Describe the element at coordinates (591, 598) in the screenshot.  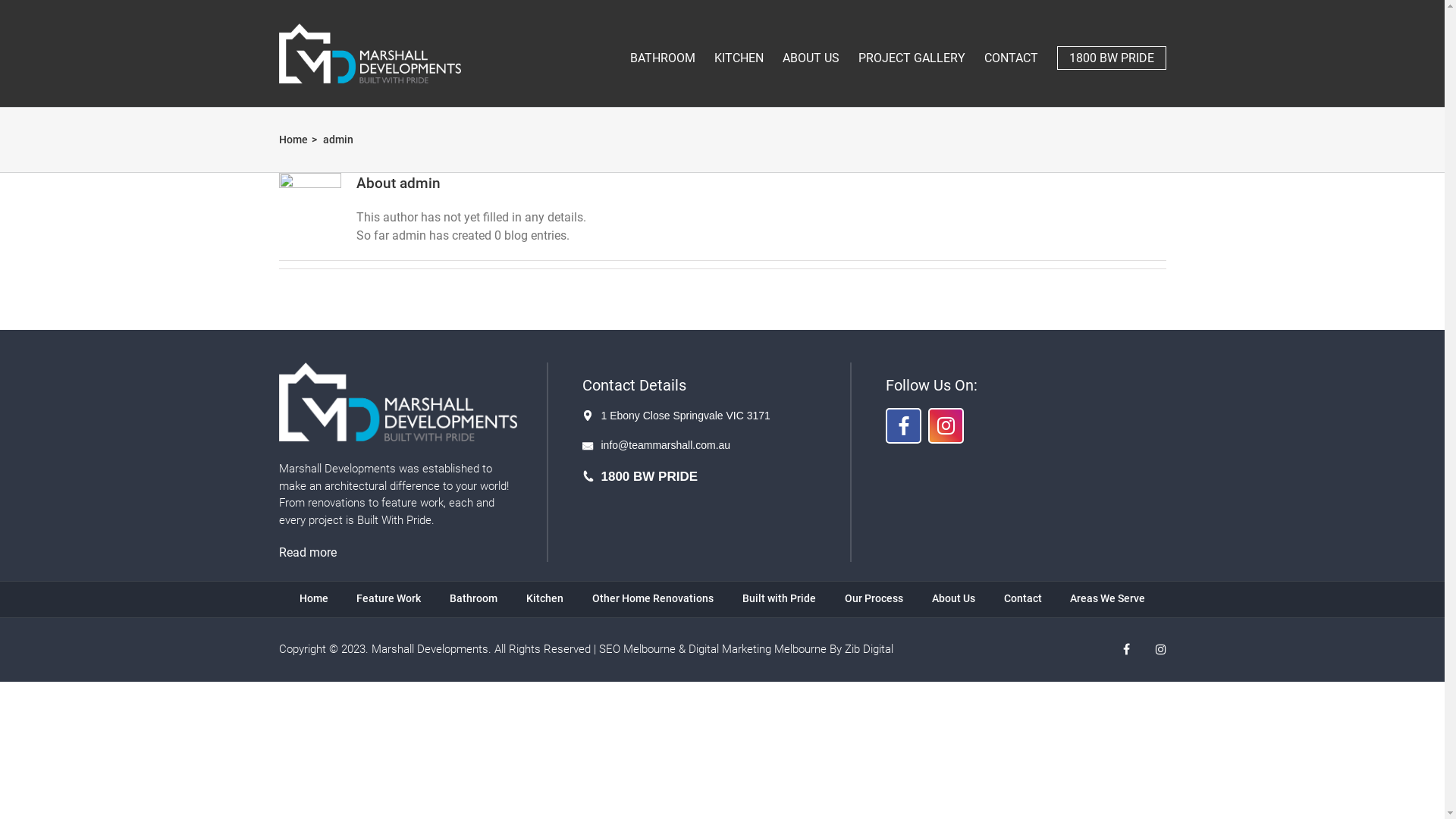
I see `'Other Home Renovations'` at that location.